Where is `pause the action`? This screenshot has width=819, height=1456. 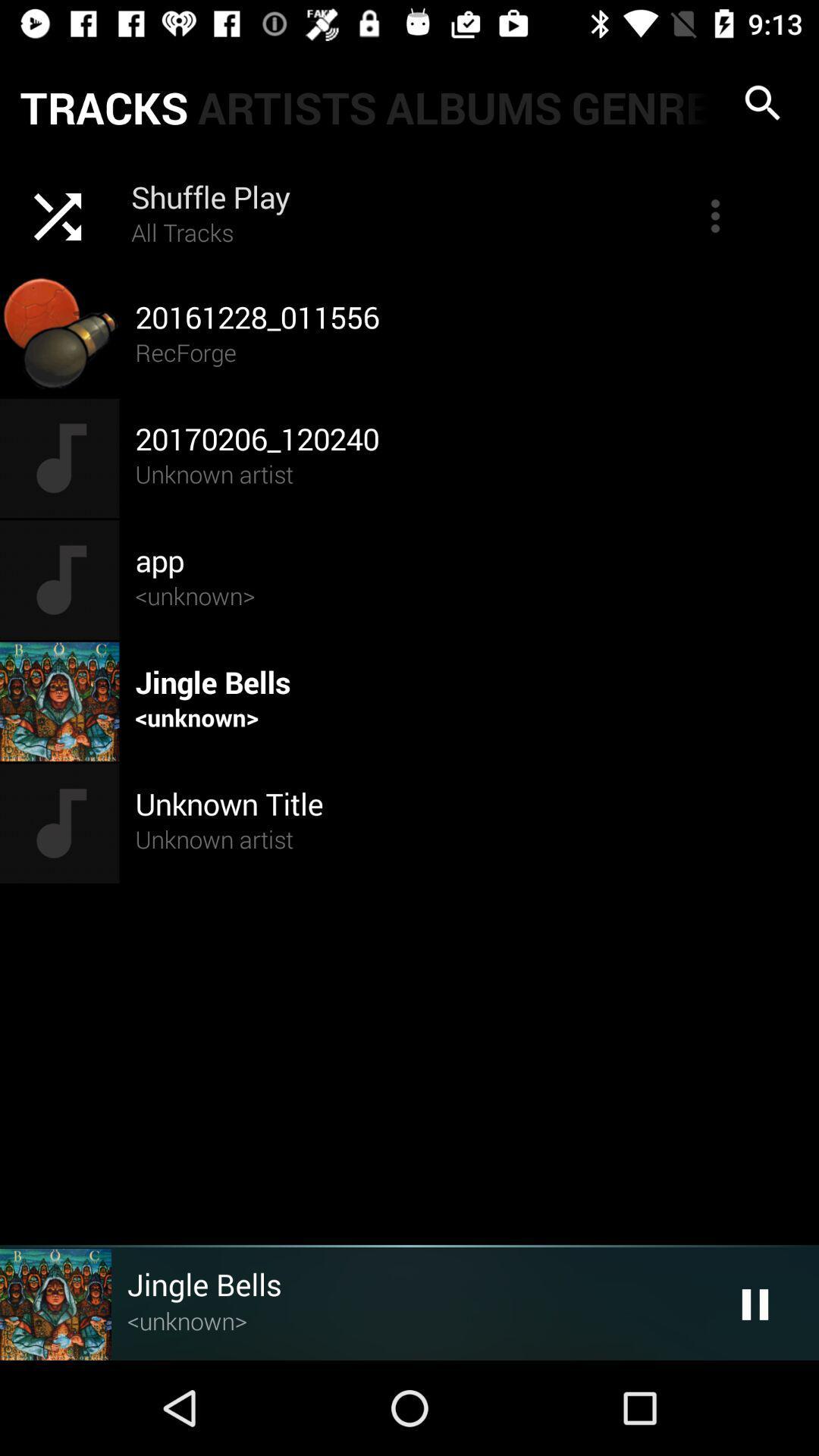
pause the action is located at coordinates (755, 1304).